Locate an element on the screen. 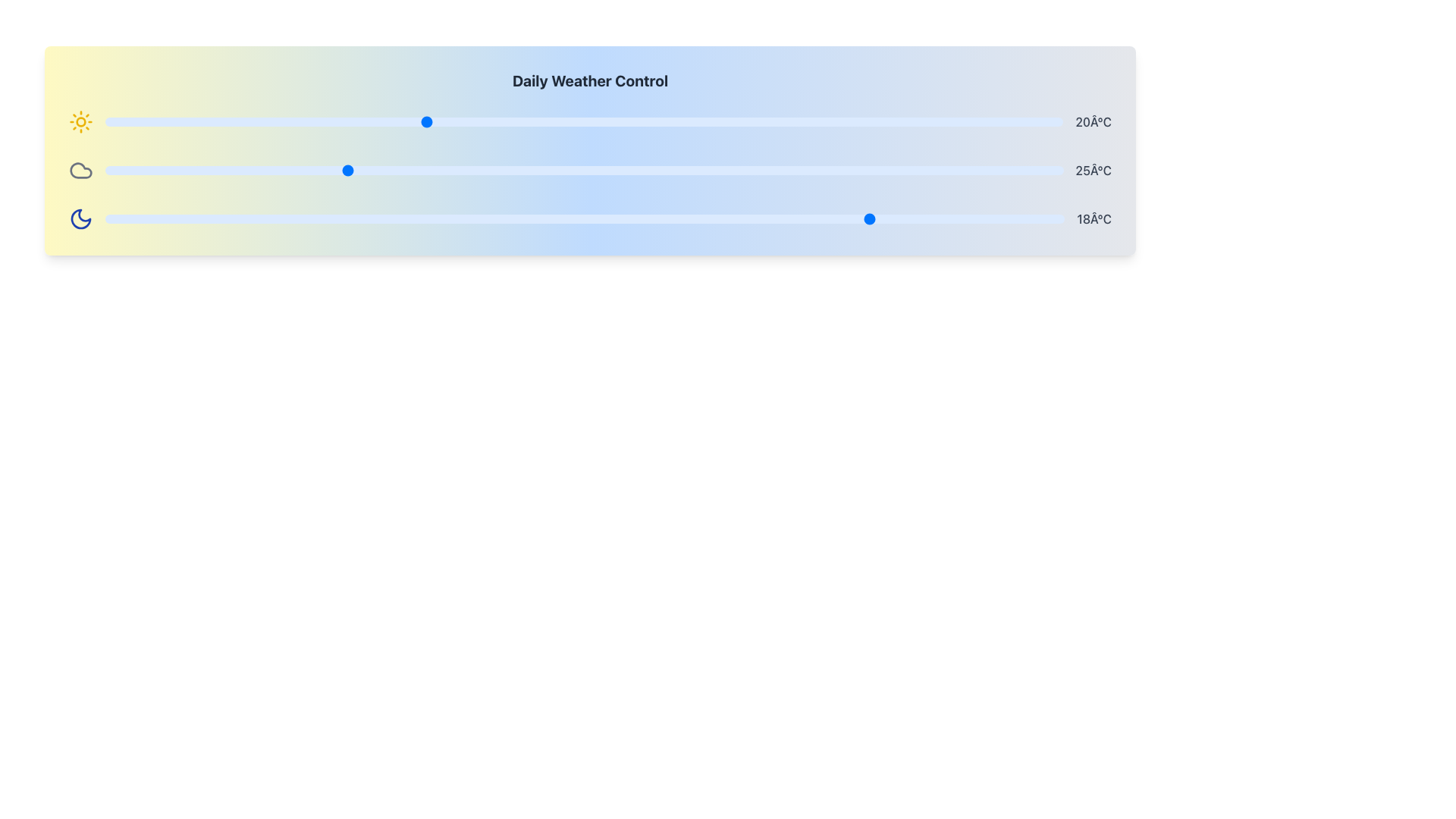  the evening temperature is located at coordinates (105, 219).